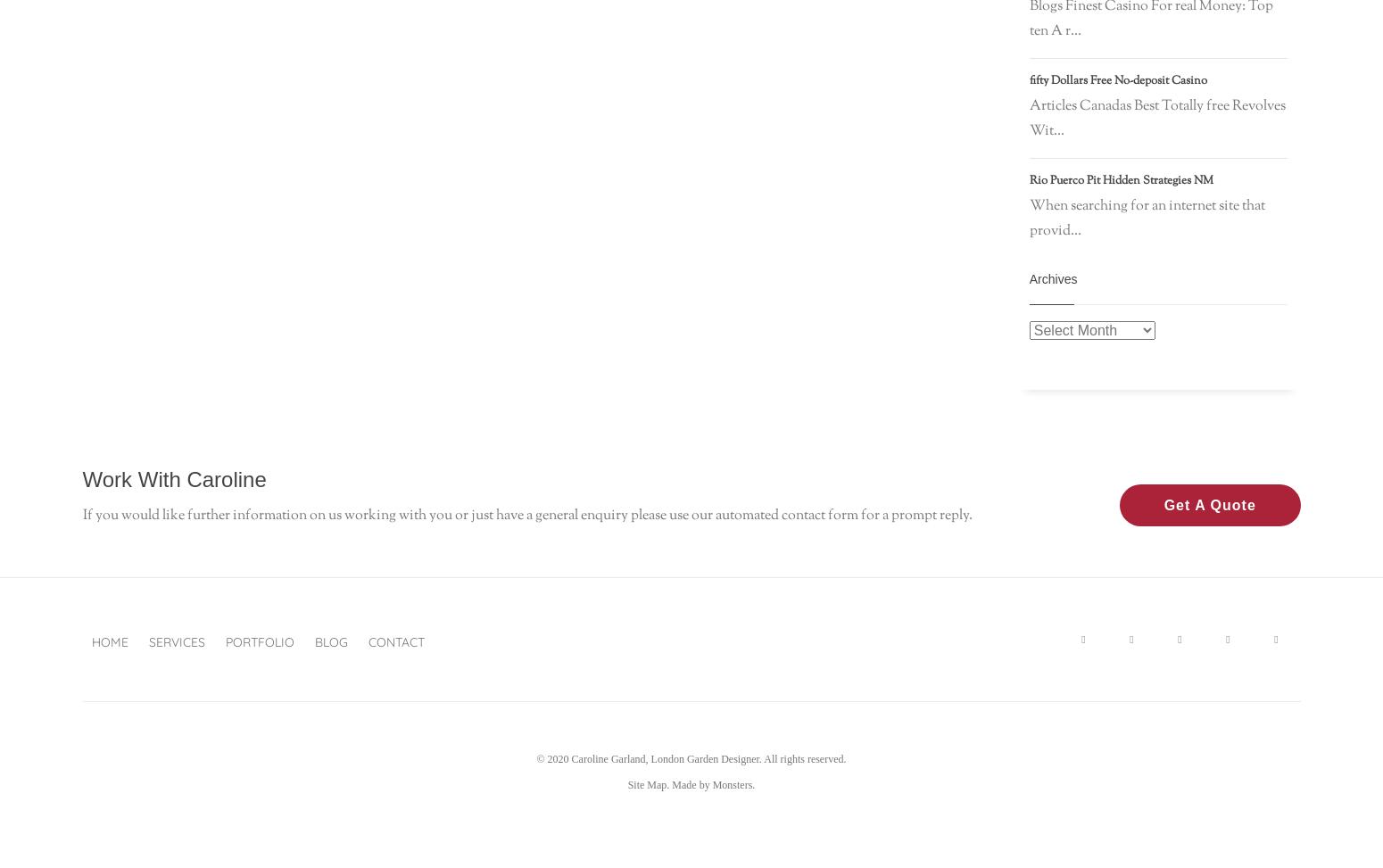 The width and height of the screenshot is (1383, 868). What do you see at coordinates (648, 784) in the screenshot?
I see `'Site Map.'` at bounding box center [648, 784].